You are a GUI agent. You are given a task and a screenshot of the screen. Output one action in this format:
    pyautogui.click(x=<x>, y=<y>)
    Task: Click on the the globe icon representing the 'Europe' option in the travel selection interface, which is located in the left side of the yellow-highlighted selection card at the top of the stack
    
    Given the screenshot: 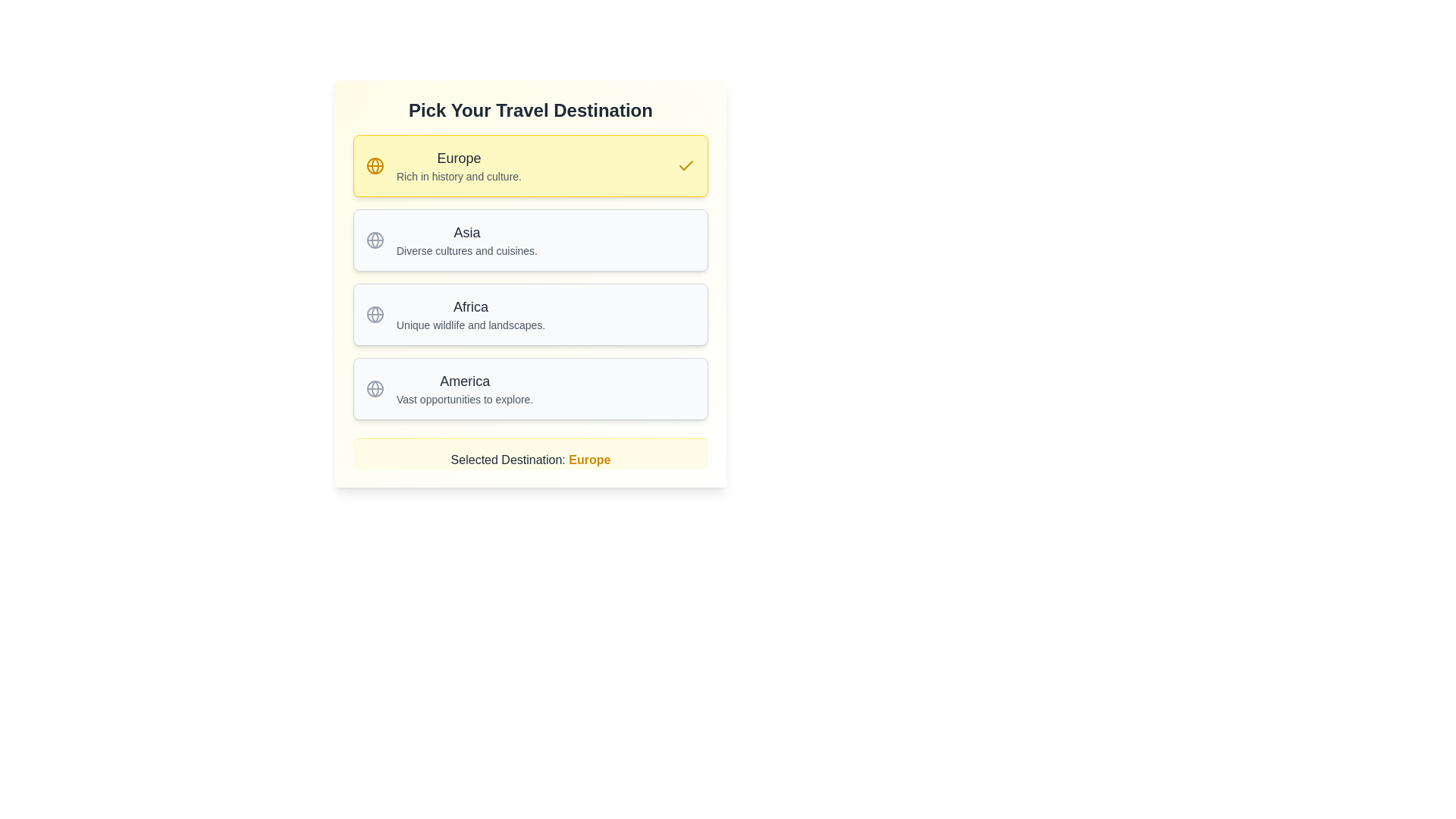 What is the action you would take?
    pyautogui.click(x=375, y=166)
    